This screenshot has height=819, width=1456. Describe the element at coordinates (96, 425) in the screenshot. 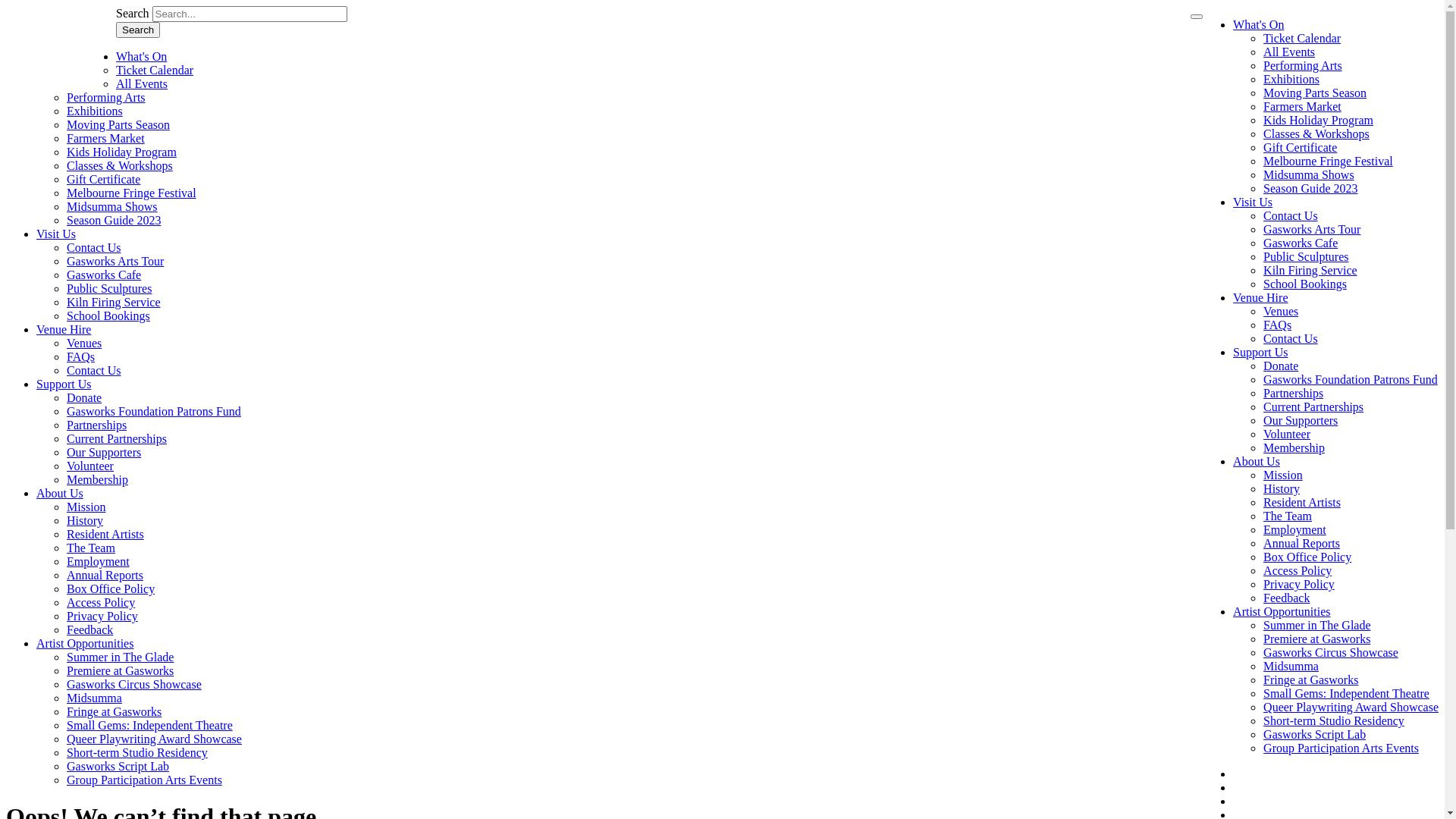

I see `'Partnerships'` at that location.